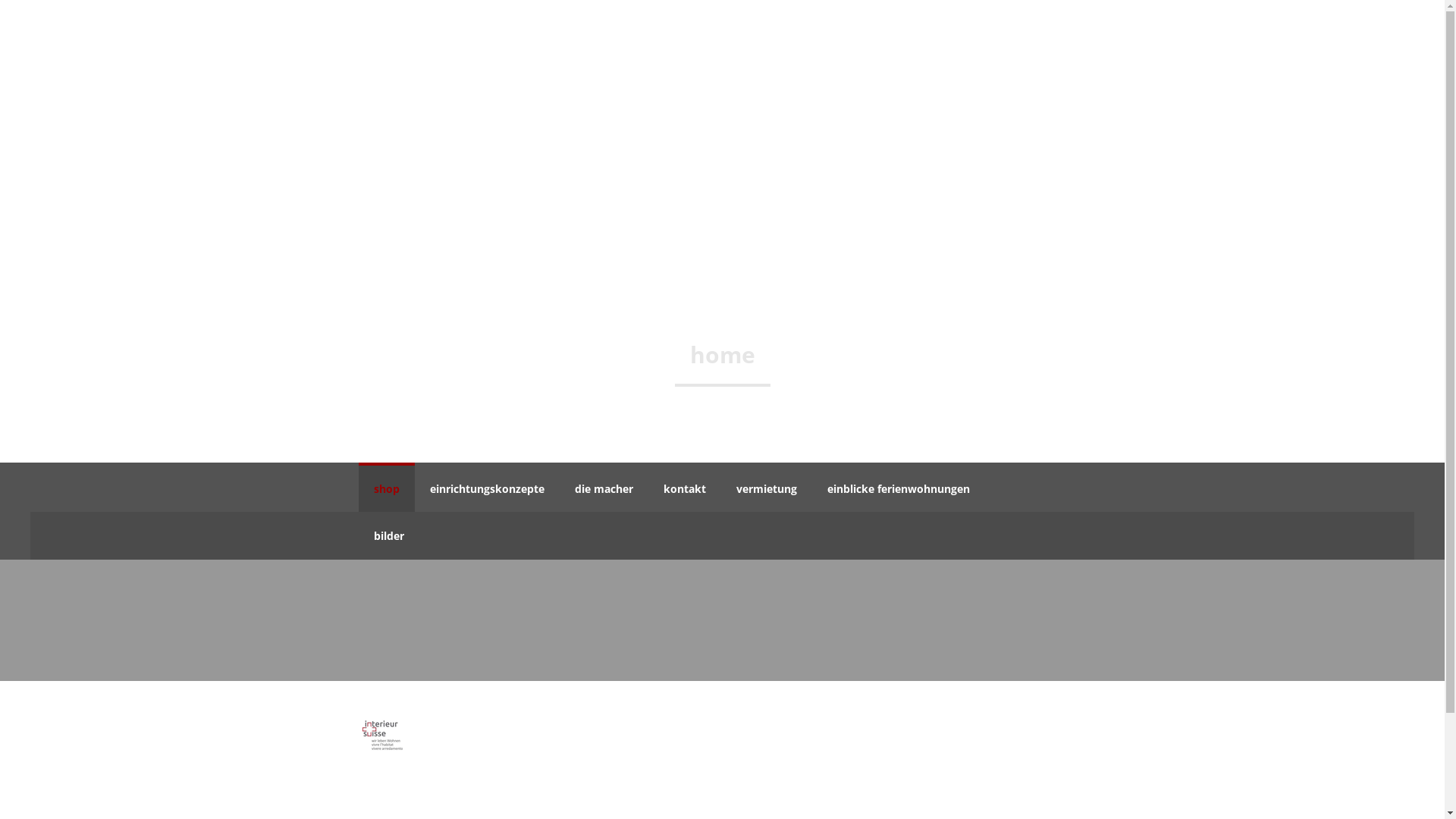 The image size is (1456, 819). Describe the element at coordinates (388, 535) in the screenshot. I see `'bilder'` at that location.